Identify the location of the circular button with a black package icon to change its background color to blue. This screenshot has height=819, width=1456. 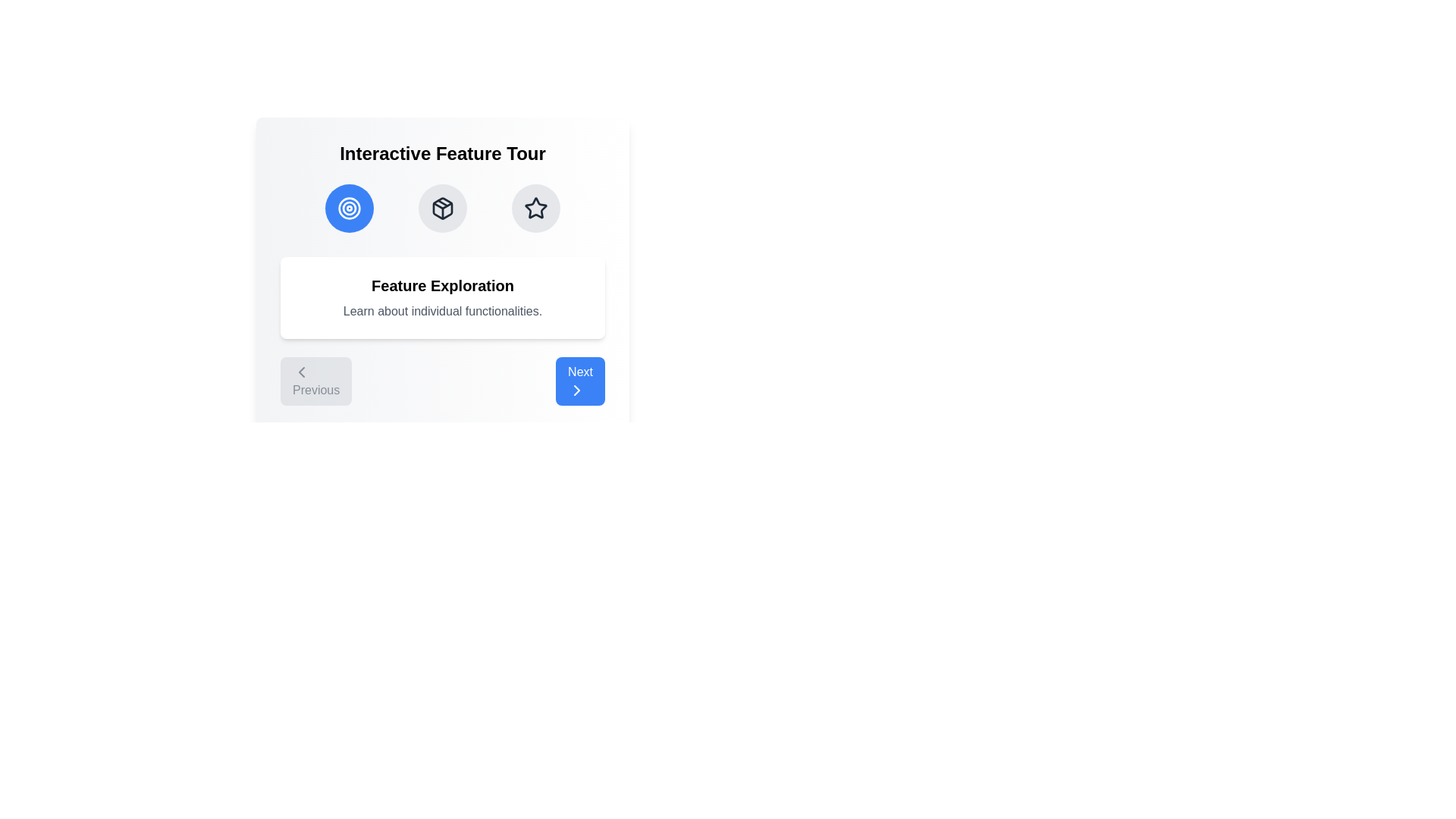
(442, 208).